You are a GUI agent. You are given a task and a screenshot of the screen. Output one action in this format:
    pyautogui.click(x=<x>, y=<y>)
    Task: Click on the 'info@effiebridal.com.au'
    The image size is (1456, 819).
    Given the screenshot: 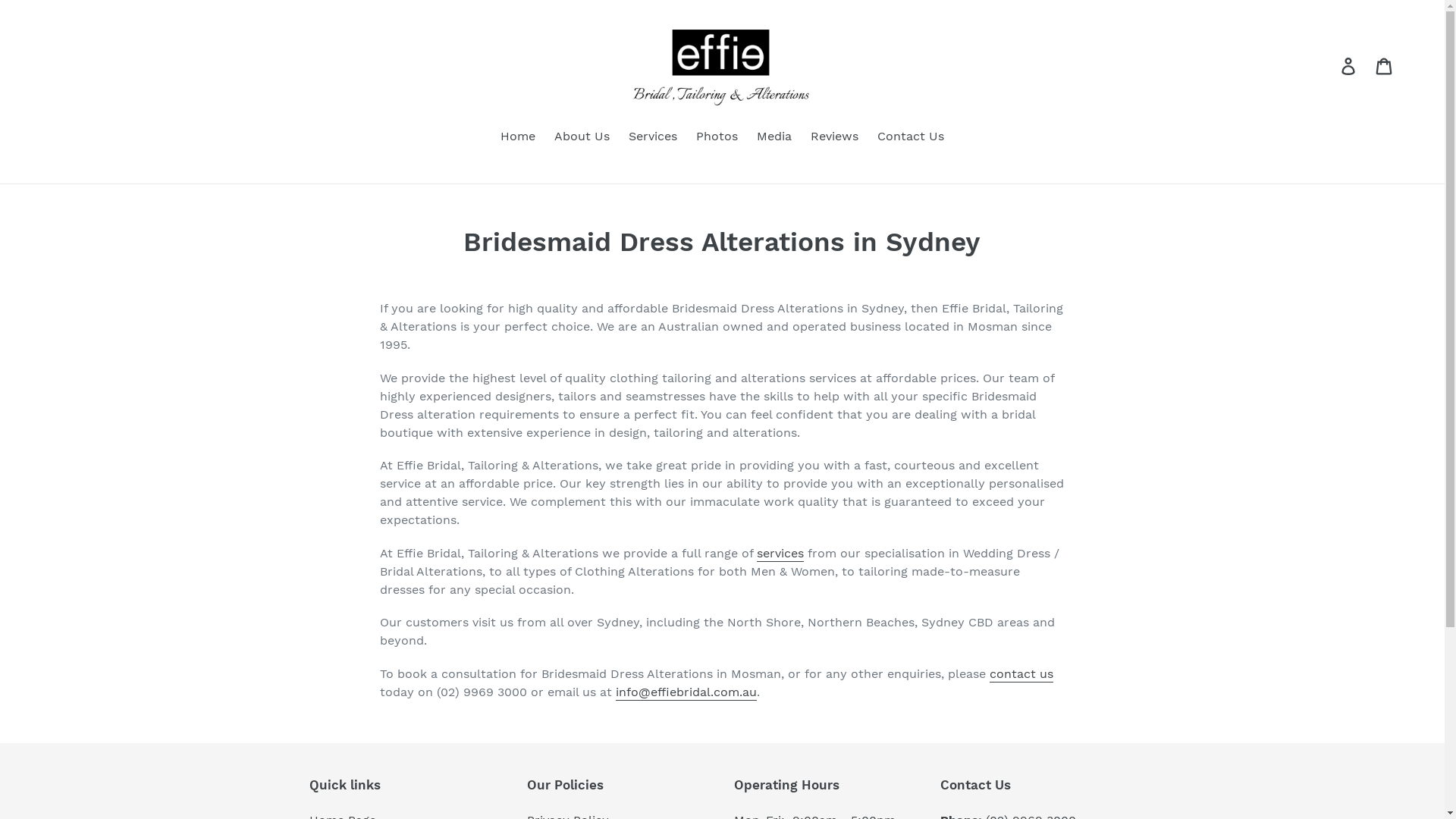 What is the action you would take?
    pyautogui.click(x=686, y=692)
    